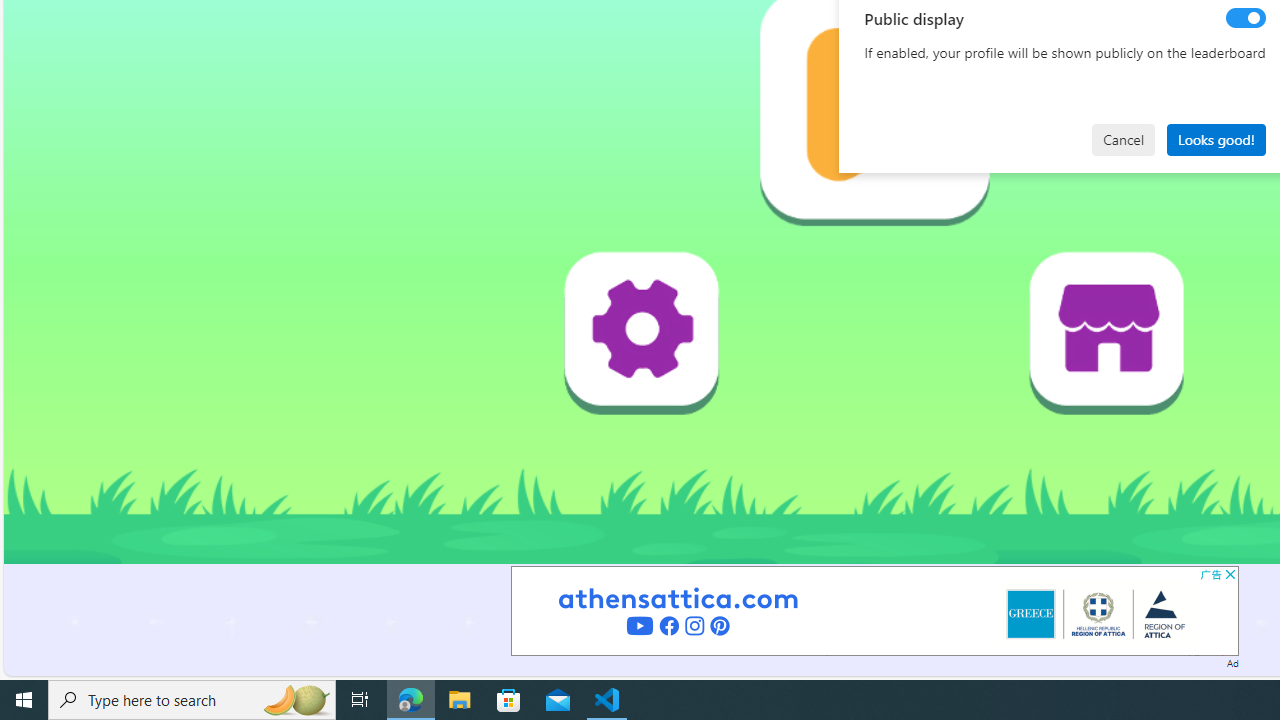 The image size is (1280, 720). What do you see at coordinates (509, 698) in the screenshot?
I see `'Microsoft Store'` at bounding box center [509, 698].